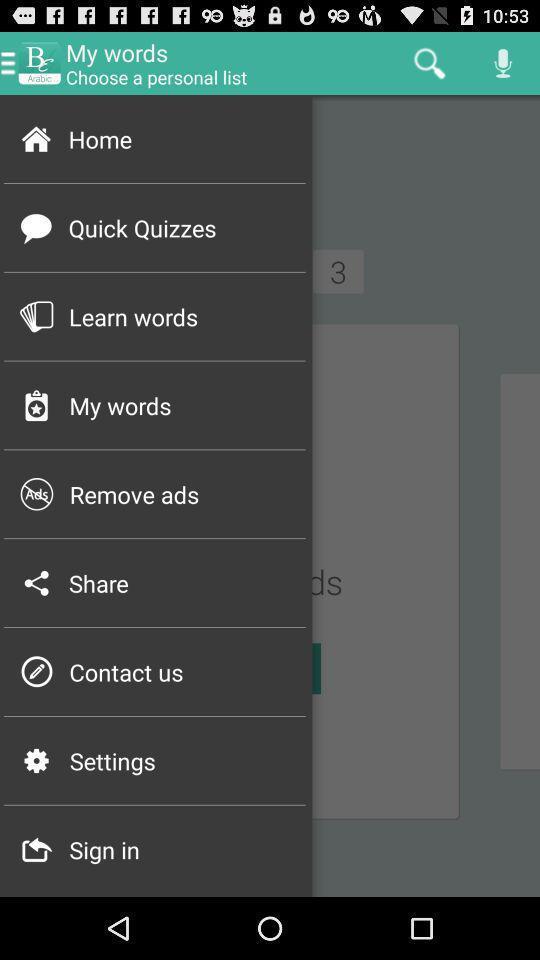 This screenshot has width=540, height=960. What do you see at coordinates (337, 270) in the screenshot?
I see `the number 3` at bounding box center [337, 270].